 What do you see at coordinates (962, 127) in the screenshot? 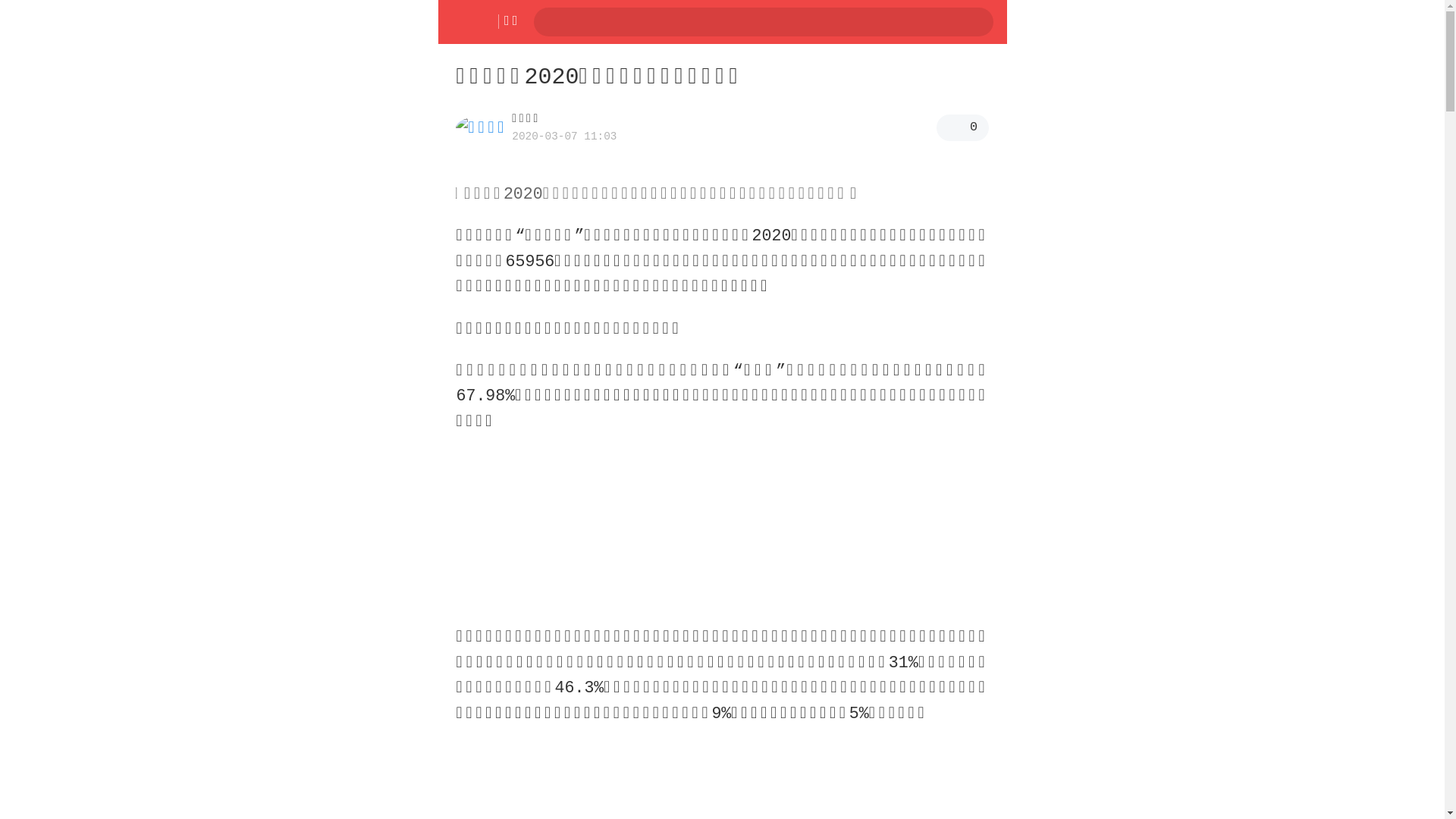
I see `'0'` at bounding box center [962, 127].